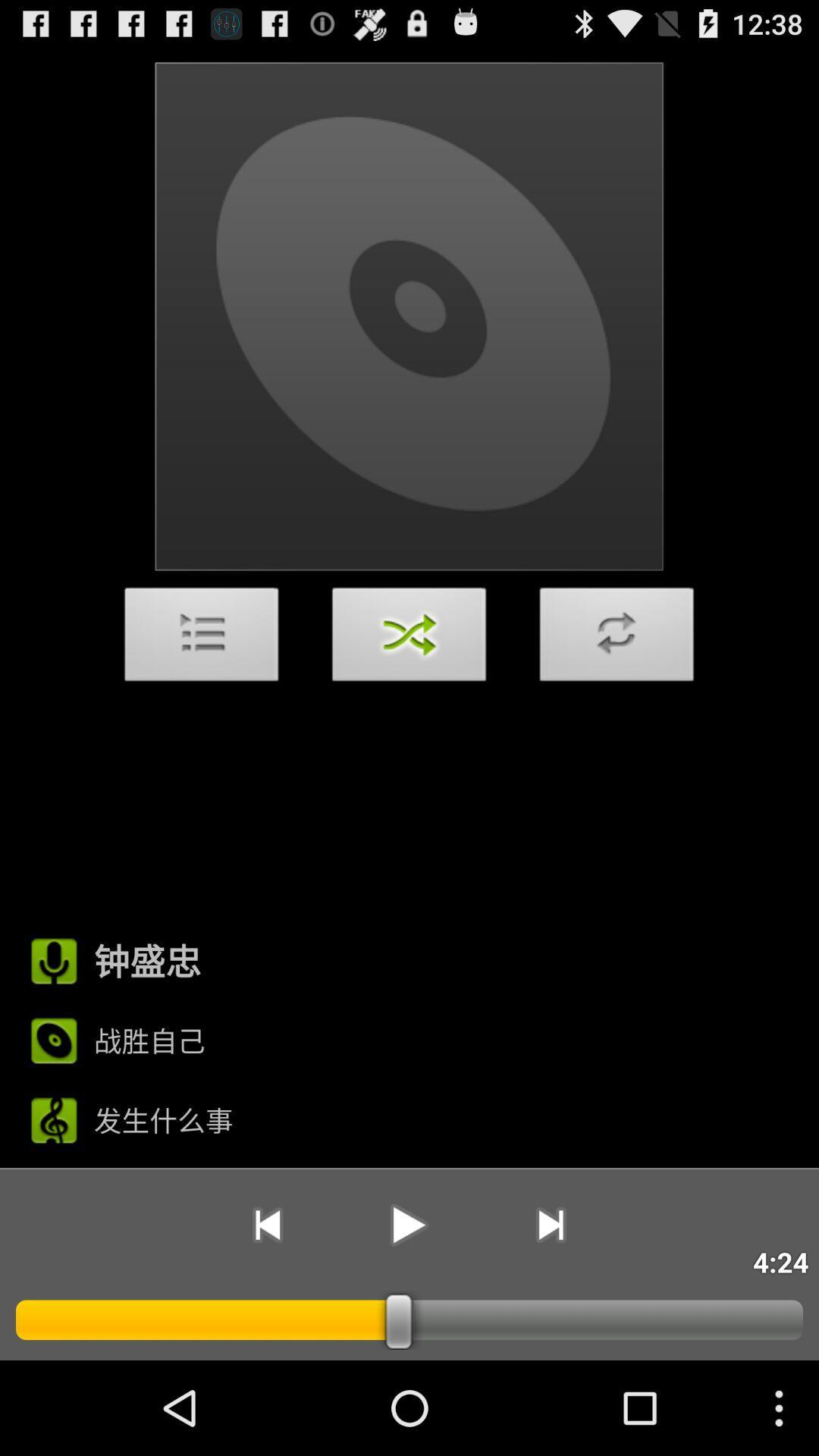  I want to click on the app next to the 4:24 app, so click(551, 1225).